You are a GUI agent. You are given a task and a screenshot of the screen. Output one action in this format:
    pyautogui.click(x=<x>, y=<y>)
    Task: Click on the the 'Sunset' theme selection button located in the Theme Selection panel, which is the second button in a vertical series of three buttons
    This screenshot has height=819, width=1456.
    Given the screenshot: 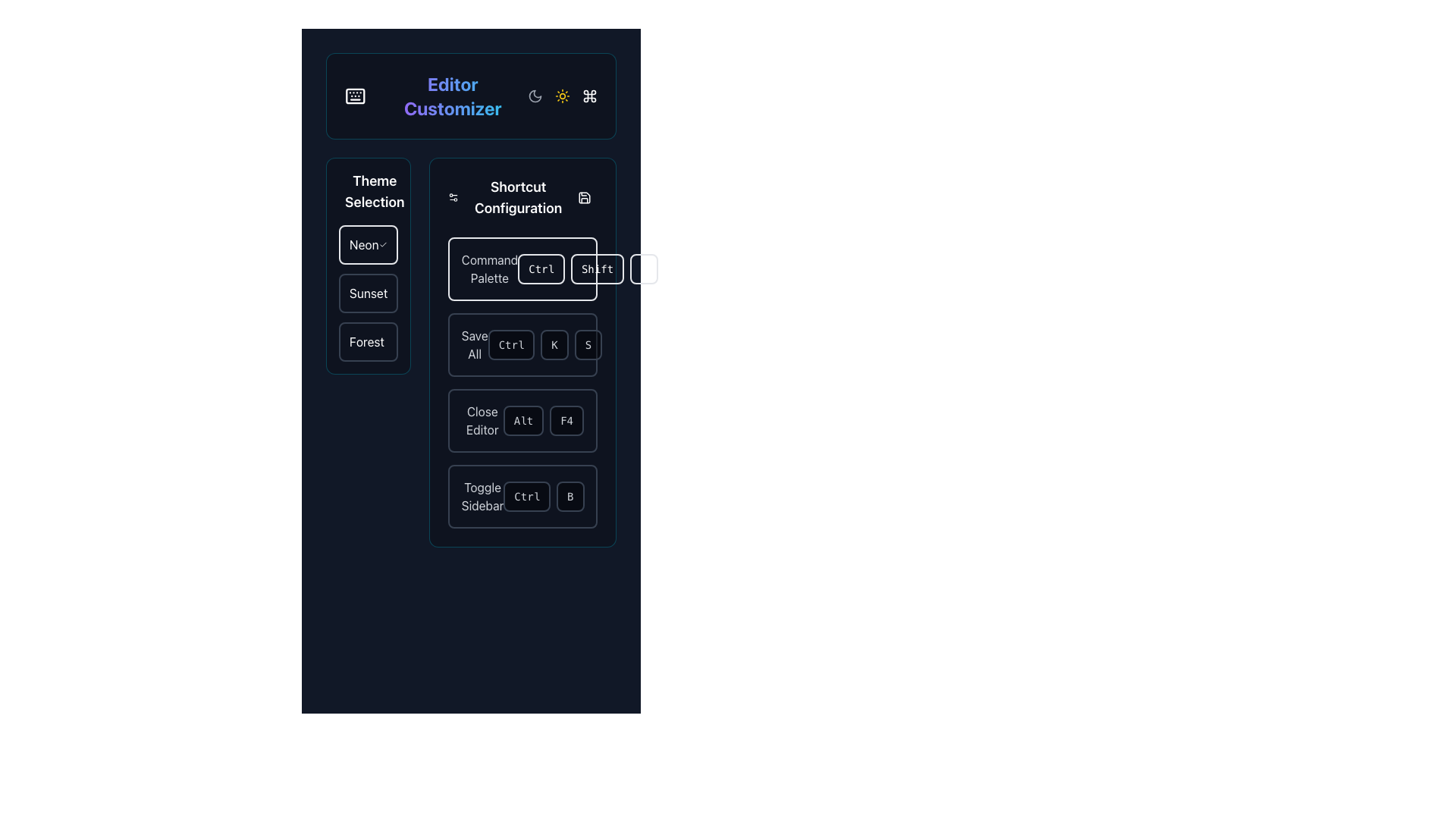 What is the action you would take?
    pyautogui.click(x=368, y=293)
    